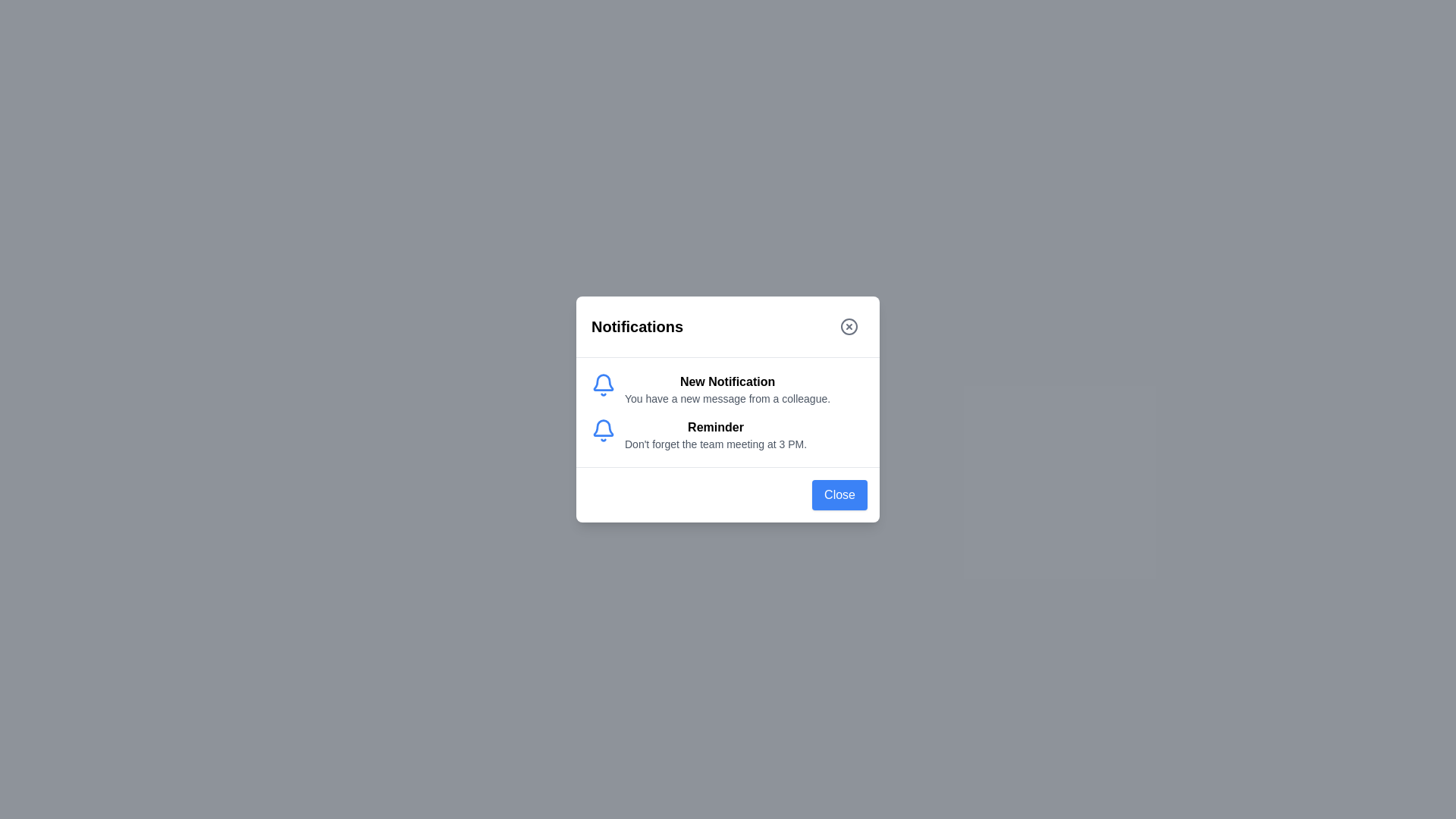  I want to click on the Text block that provides a notification message reminding the user of a scheduled team meeting, located below the 'New Notification' title and next to the bell icon, so click(715, 435).